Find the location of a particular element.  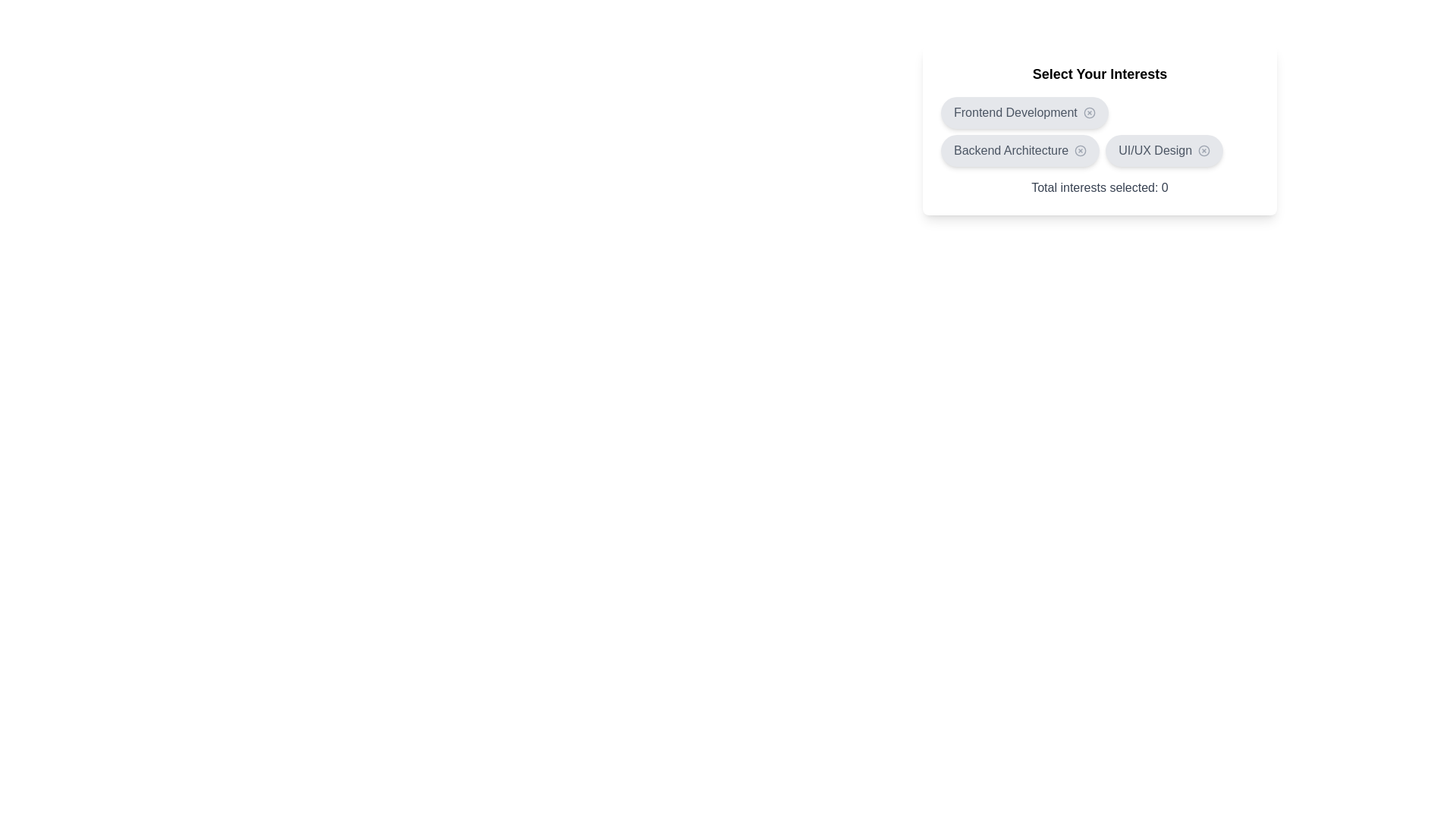

the interactive button or icon associated with the 'UI/UX Design' tag to deselect or remove the tag from the selection is located at coordinates (1203, 151).